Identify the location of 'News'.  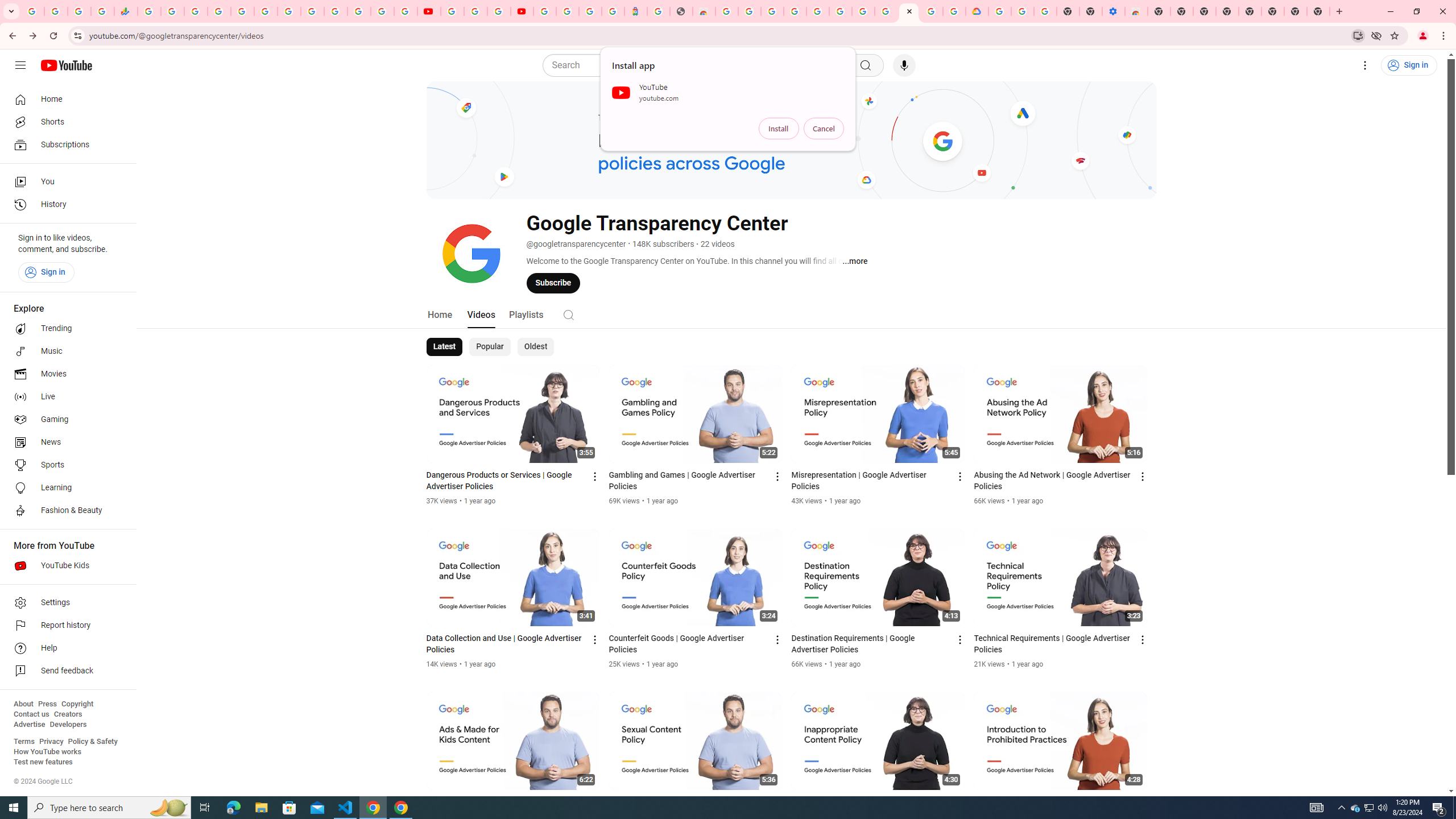
(64, 442).